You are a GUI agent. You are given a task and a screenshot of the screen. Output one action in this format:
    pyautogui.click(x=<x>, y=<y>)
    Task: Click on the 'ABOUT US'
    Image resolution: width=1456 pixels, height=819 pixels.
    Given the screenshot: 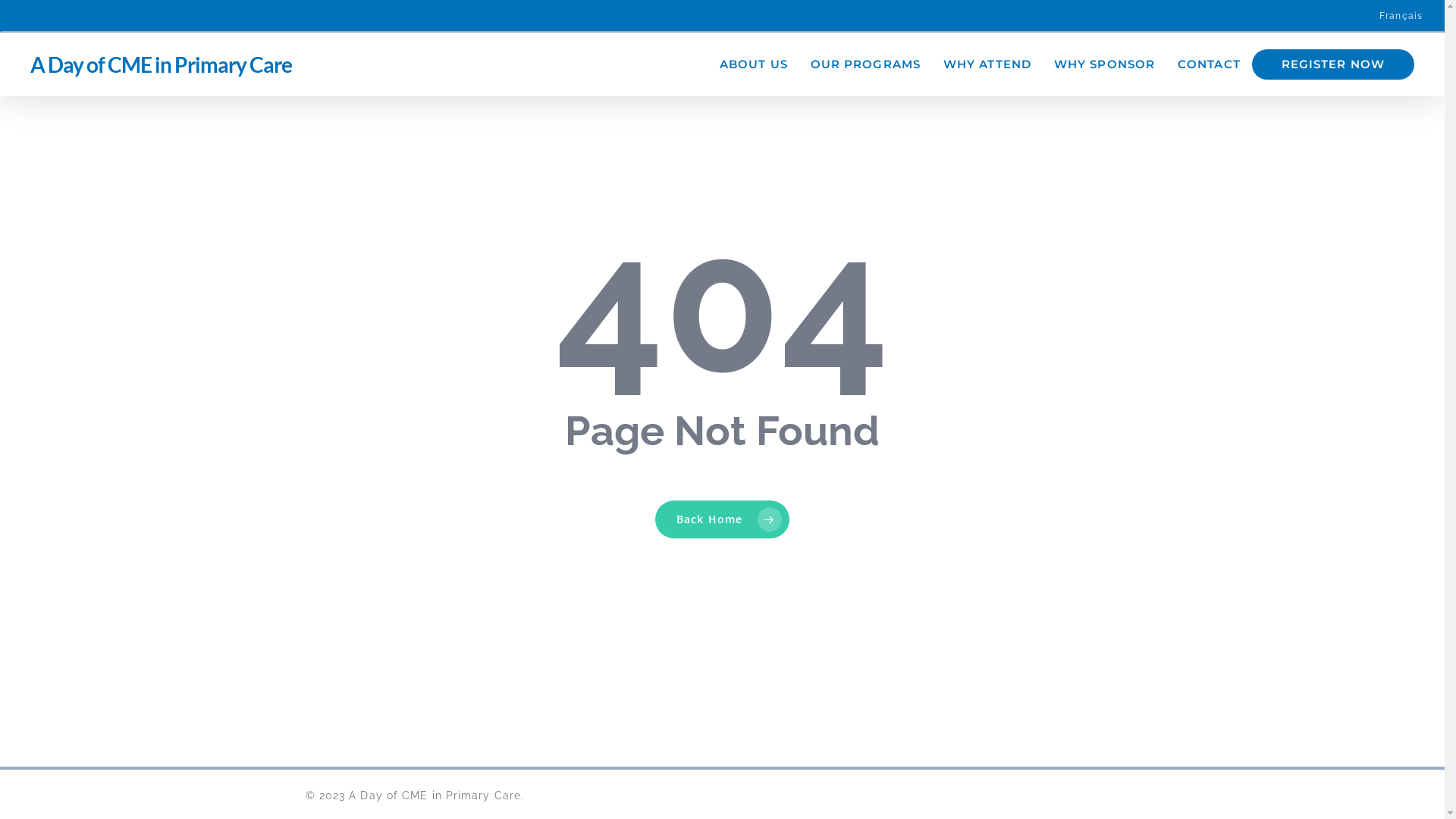 What is the action you would take?
    pyautogui.click(x=753, y=63)
    